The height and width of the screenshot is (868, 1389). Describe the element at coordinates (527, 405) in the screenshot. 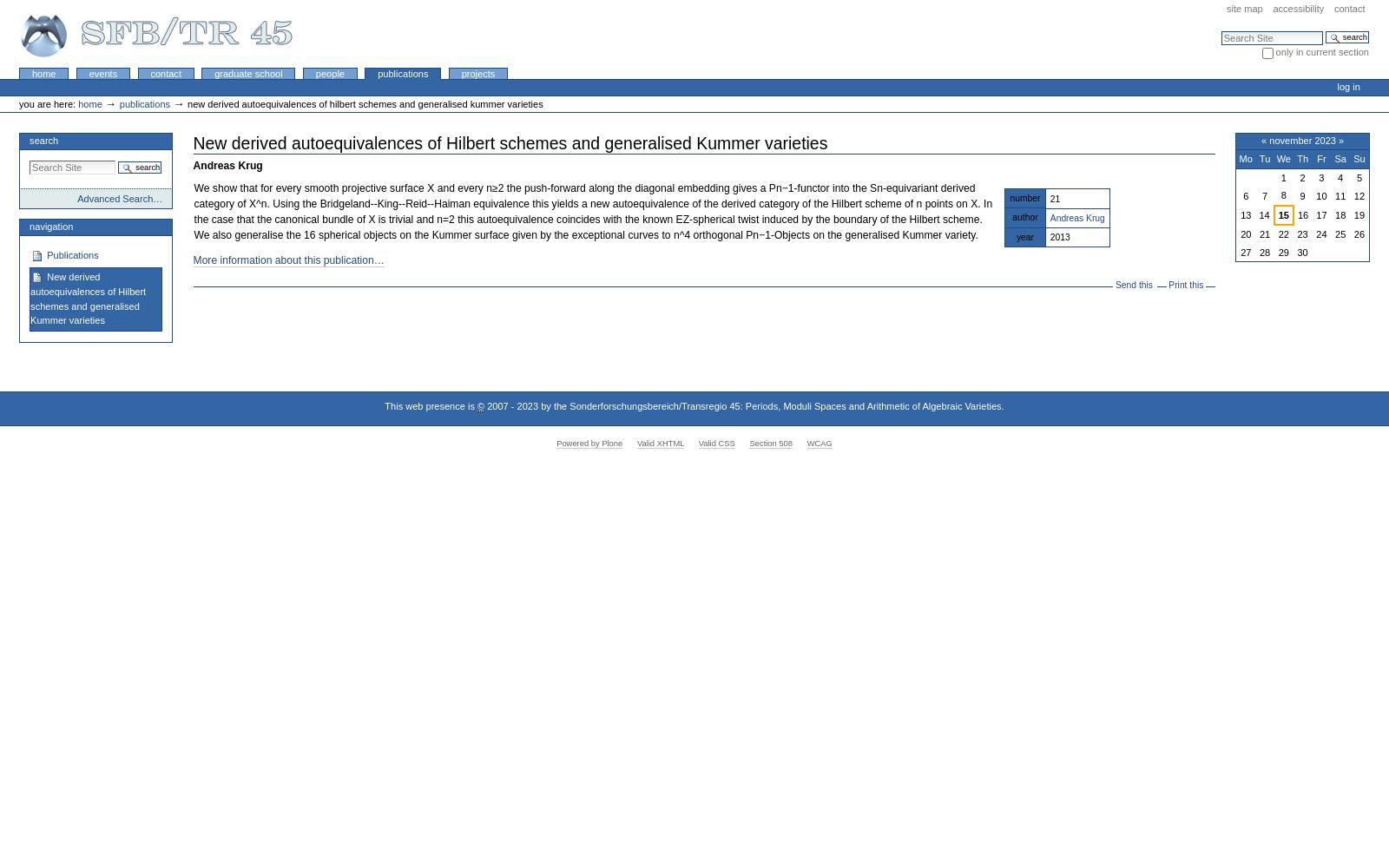

I see `'2023'` at that location.